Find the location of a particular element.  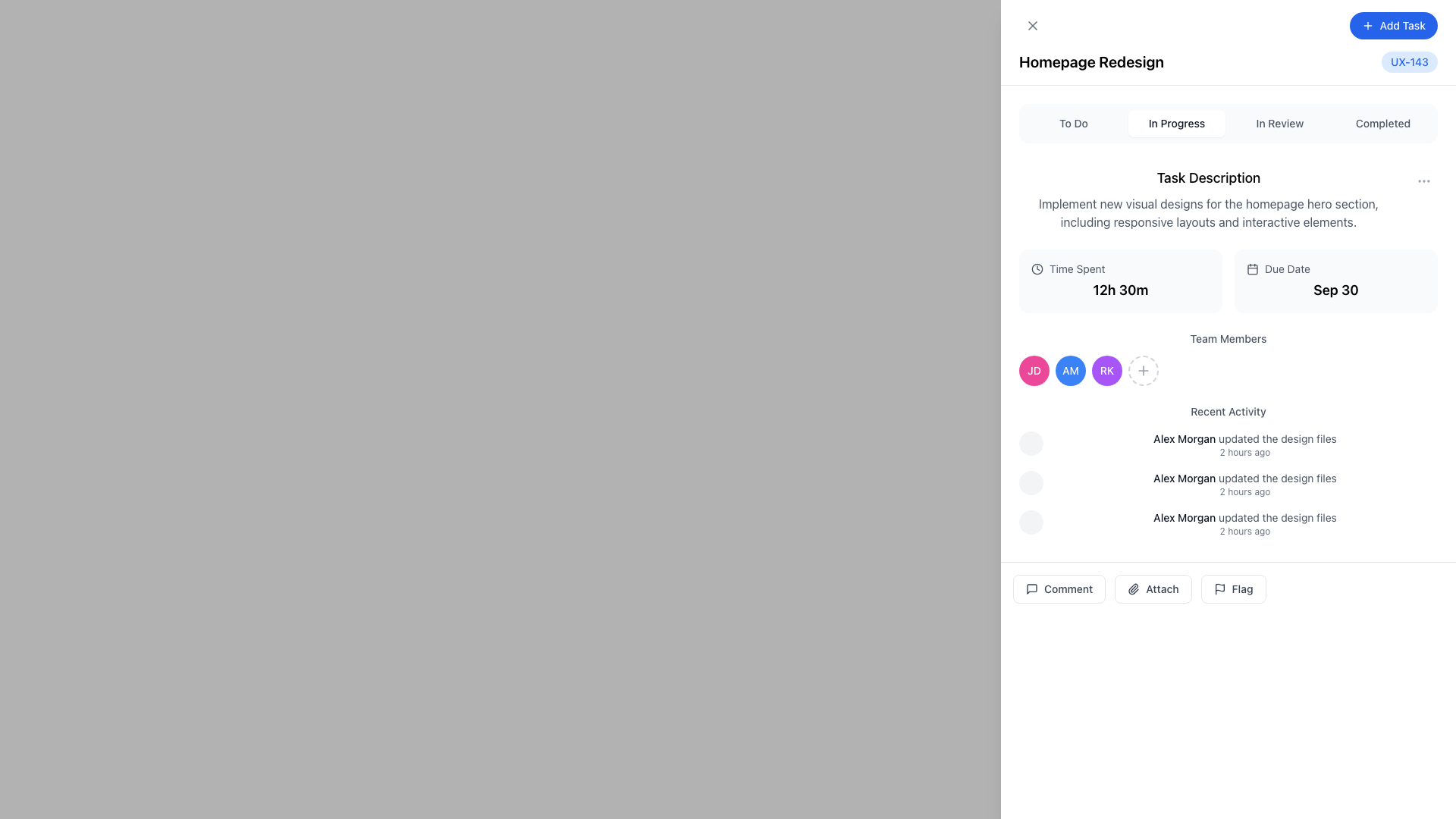

the Profile badge featuring a purple background and the white text 'RK', which is the third circular badge from the left under the 'Team Members' heading is located at coordinates (1106, 371).